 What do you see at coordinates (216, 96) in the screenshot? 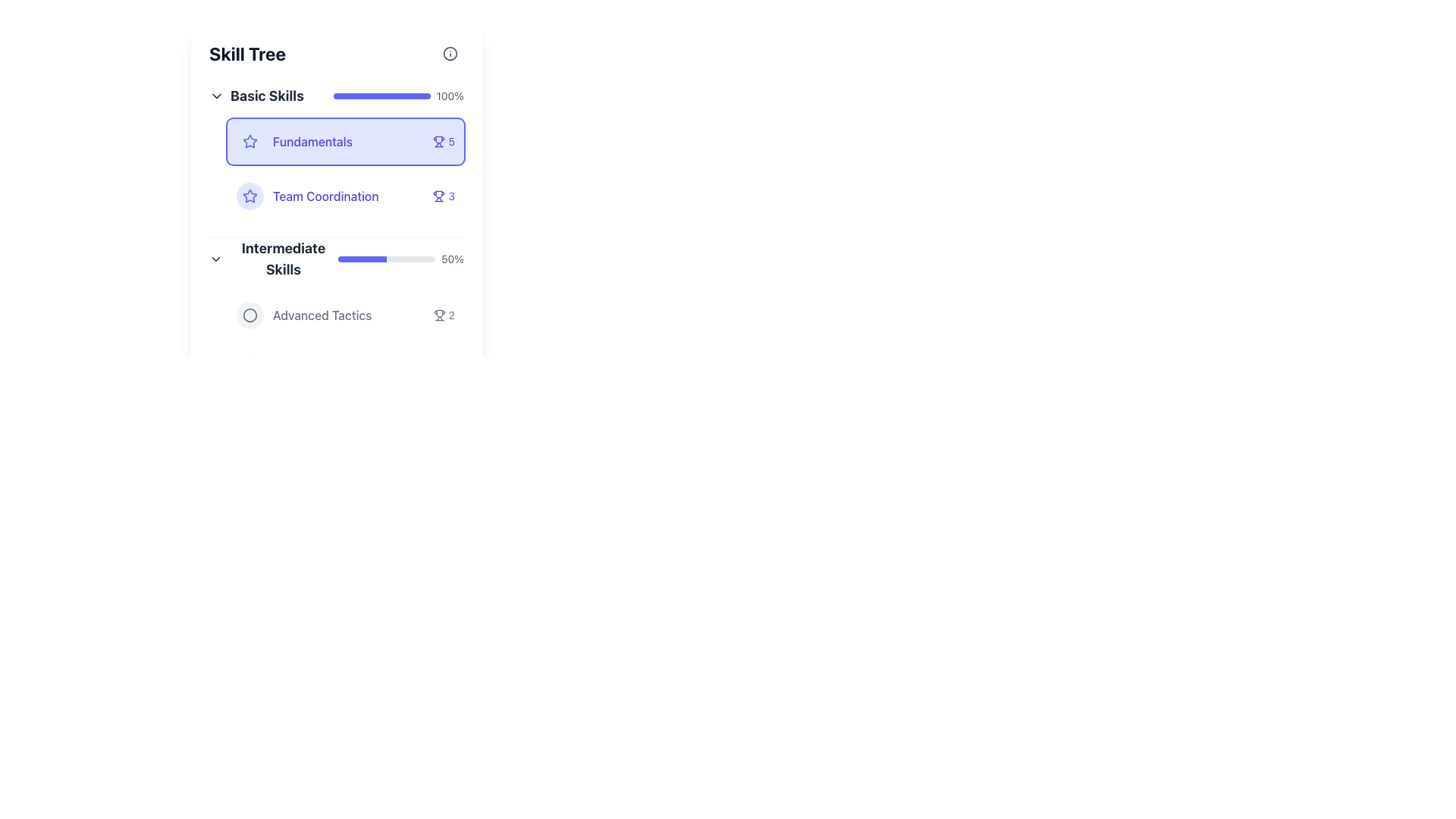
I see `the chevron button` at bounding box center [216, 96].